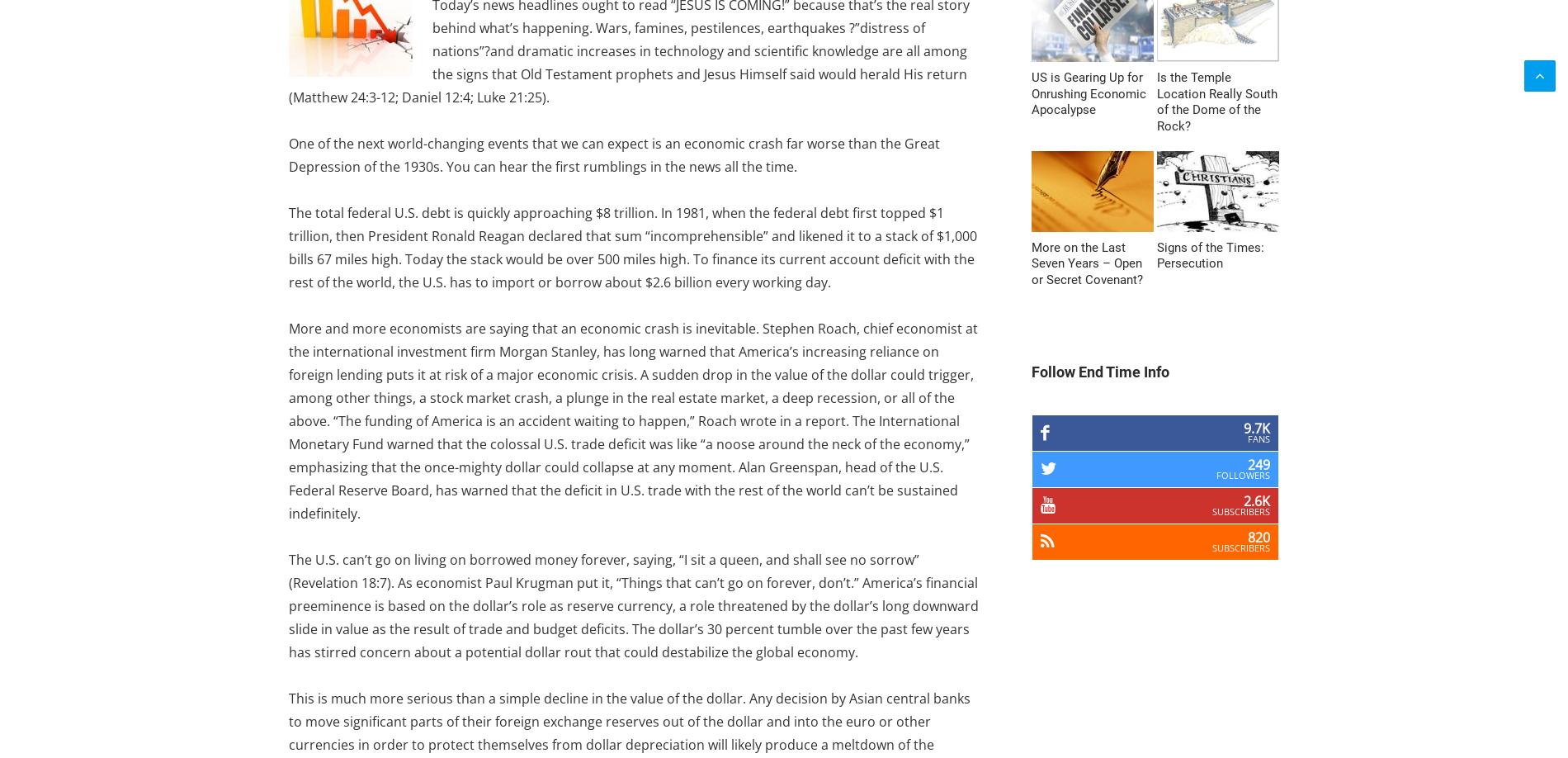 Image resolution: width=1568 pixels, height=758 pixels. I want to click on '9.7k', so click(1257, 429).